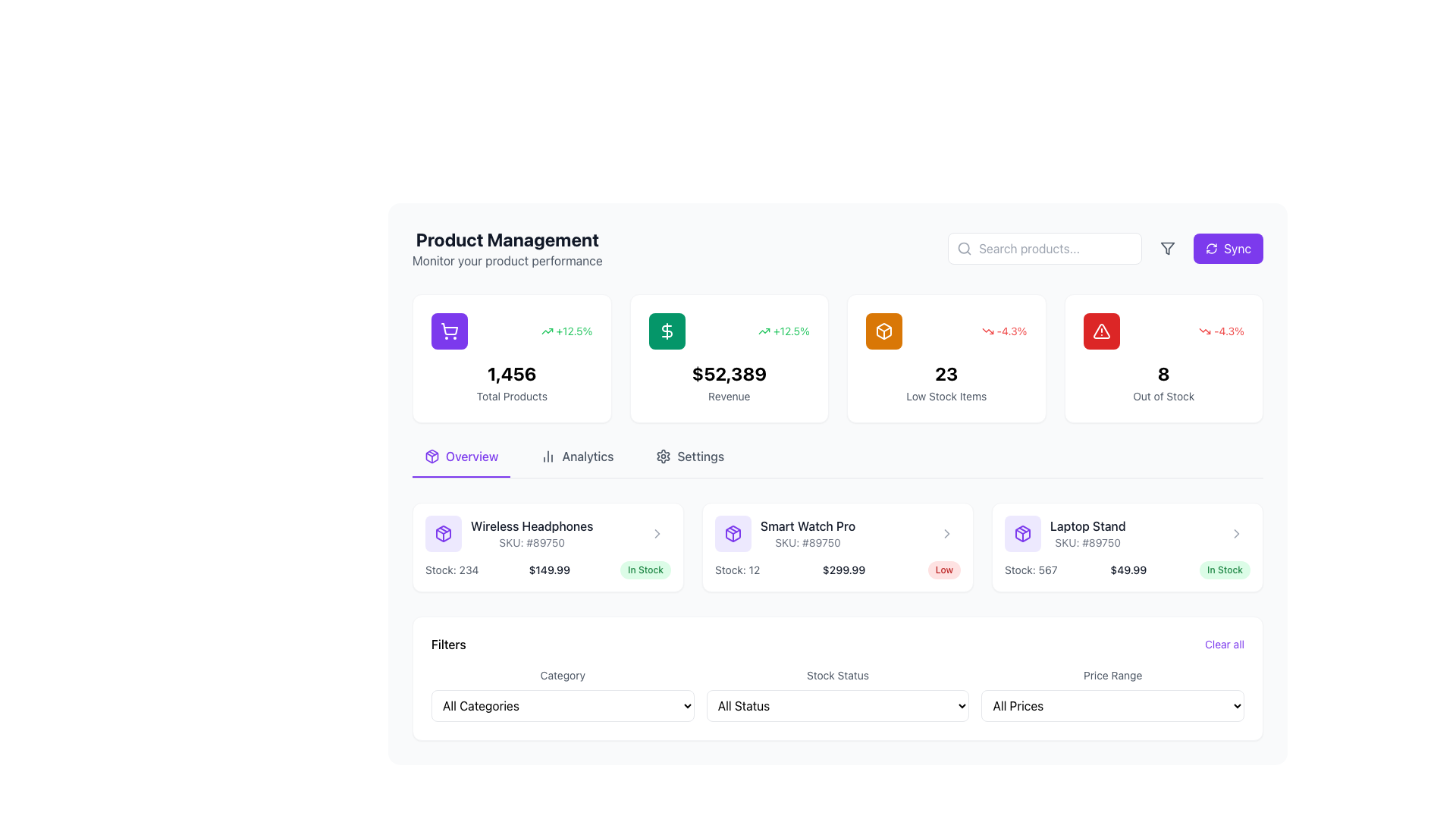 The image size is (1456, 819). I want to click on the Text with Icon Indicator located at the top-right corner of the 'Low Stock Items' card, positioned to the right of the number '23', so click(1004, 330).